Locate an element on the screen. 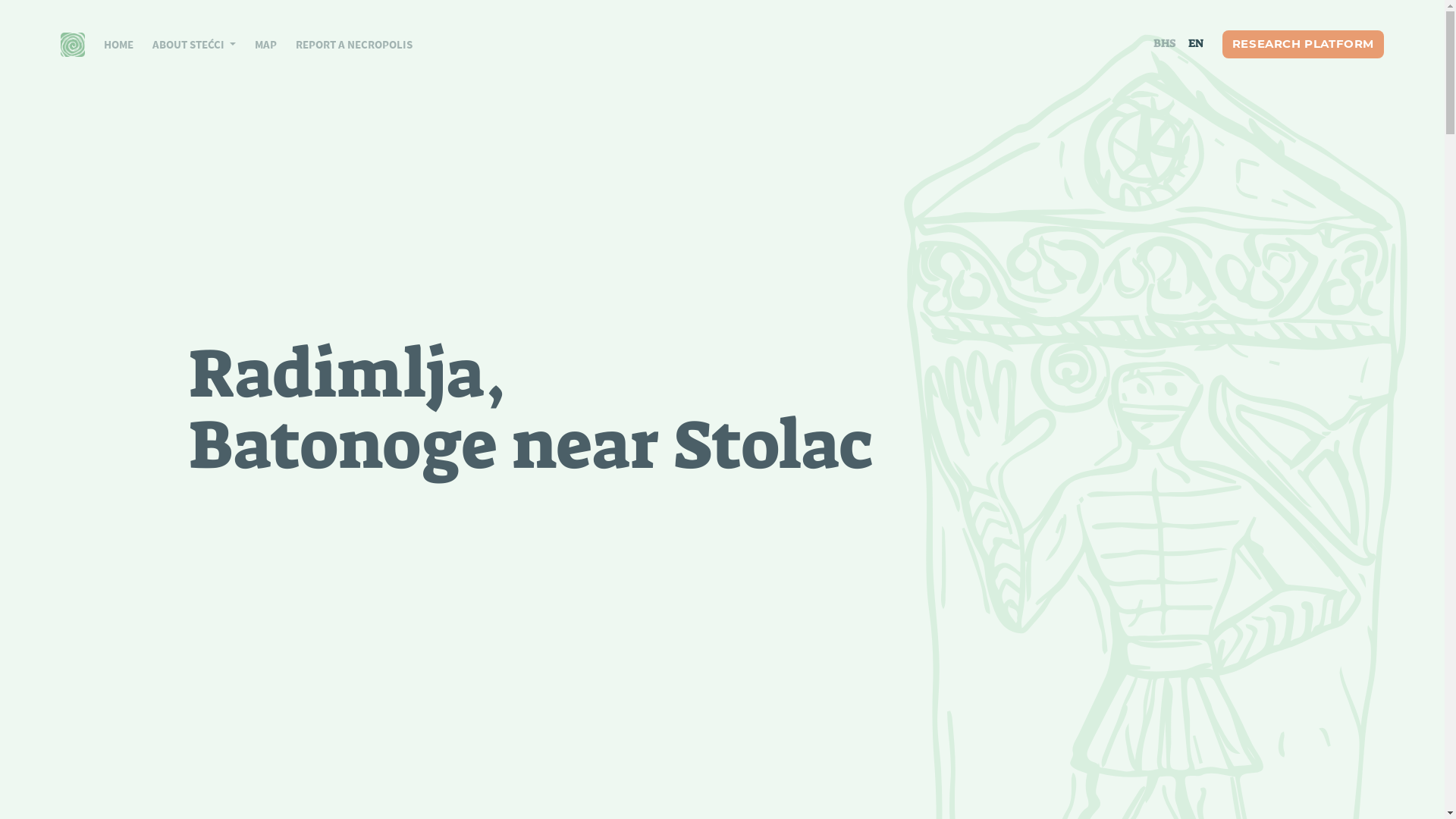 The image size is (1456, 819). 'BHS' is located at coordinates (1164, 42).